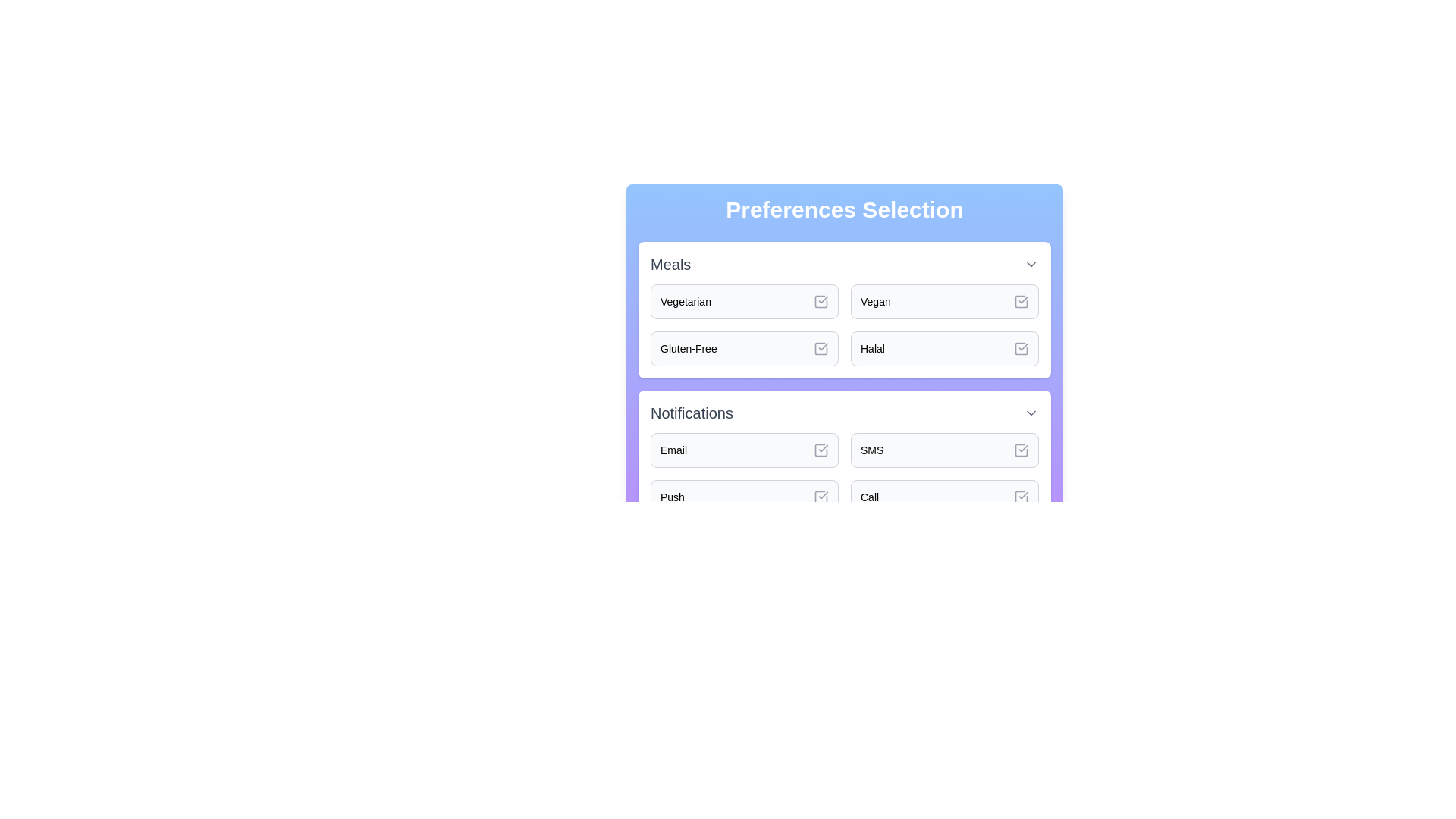  Describe the element at coordinates (944, 450) in the screenshot. I see `the second card in the 'Notifications' section` at that location.